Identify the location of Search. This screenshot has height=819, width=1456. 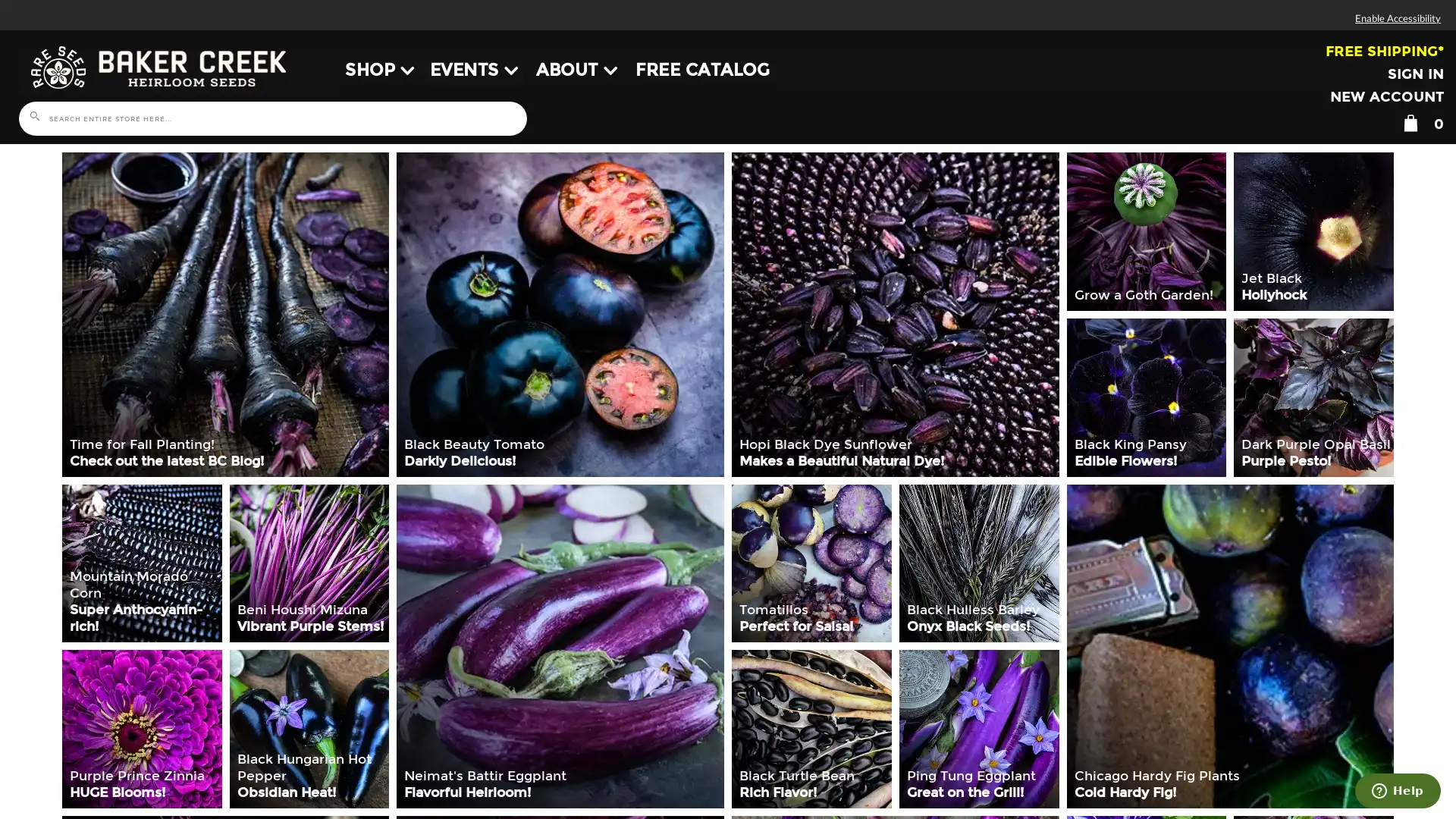
(33, 116).